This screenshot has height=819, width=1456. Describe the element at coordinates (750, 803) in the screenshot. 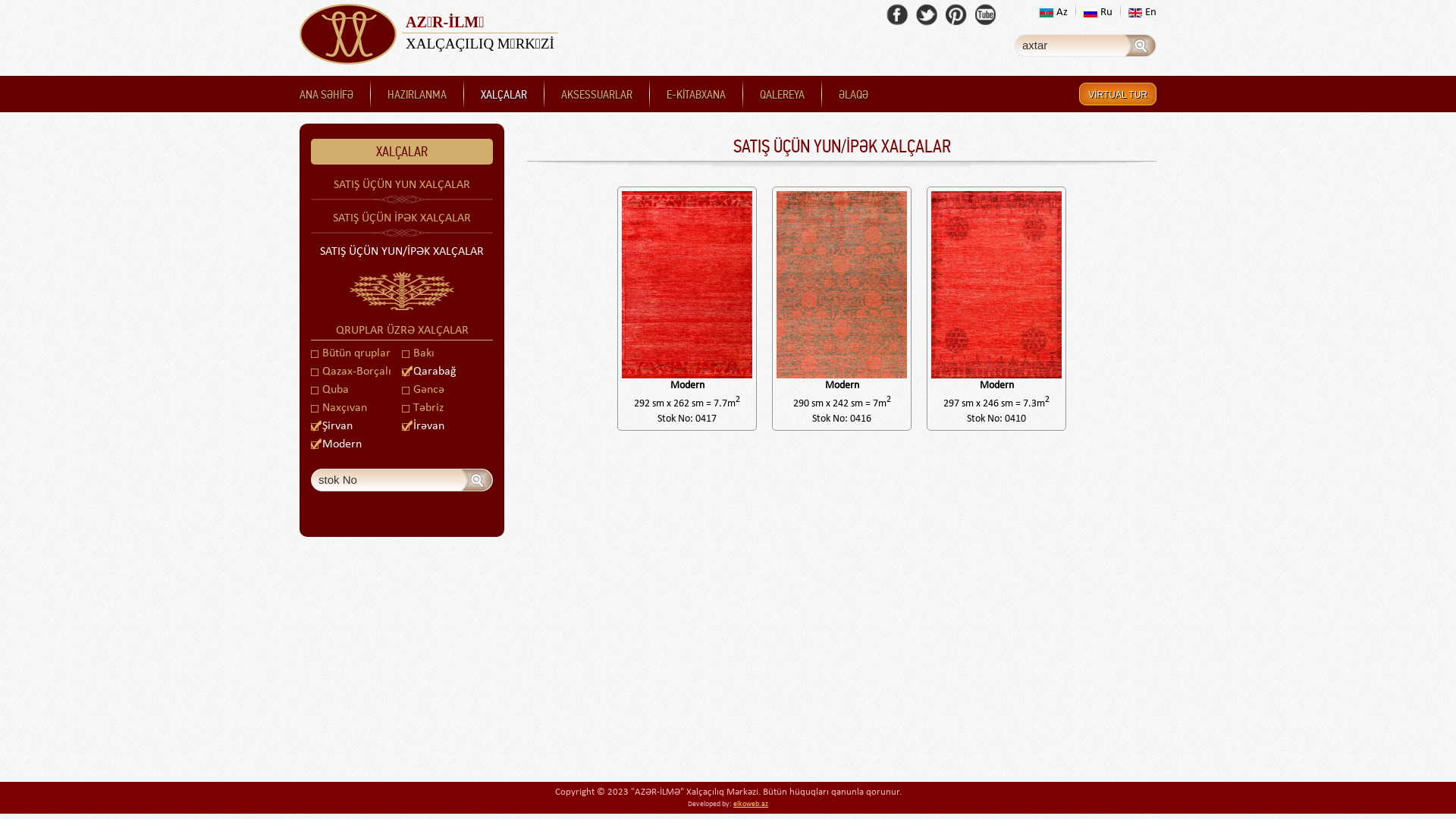

I see `'elkoweb.az'` at that location.